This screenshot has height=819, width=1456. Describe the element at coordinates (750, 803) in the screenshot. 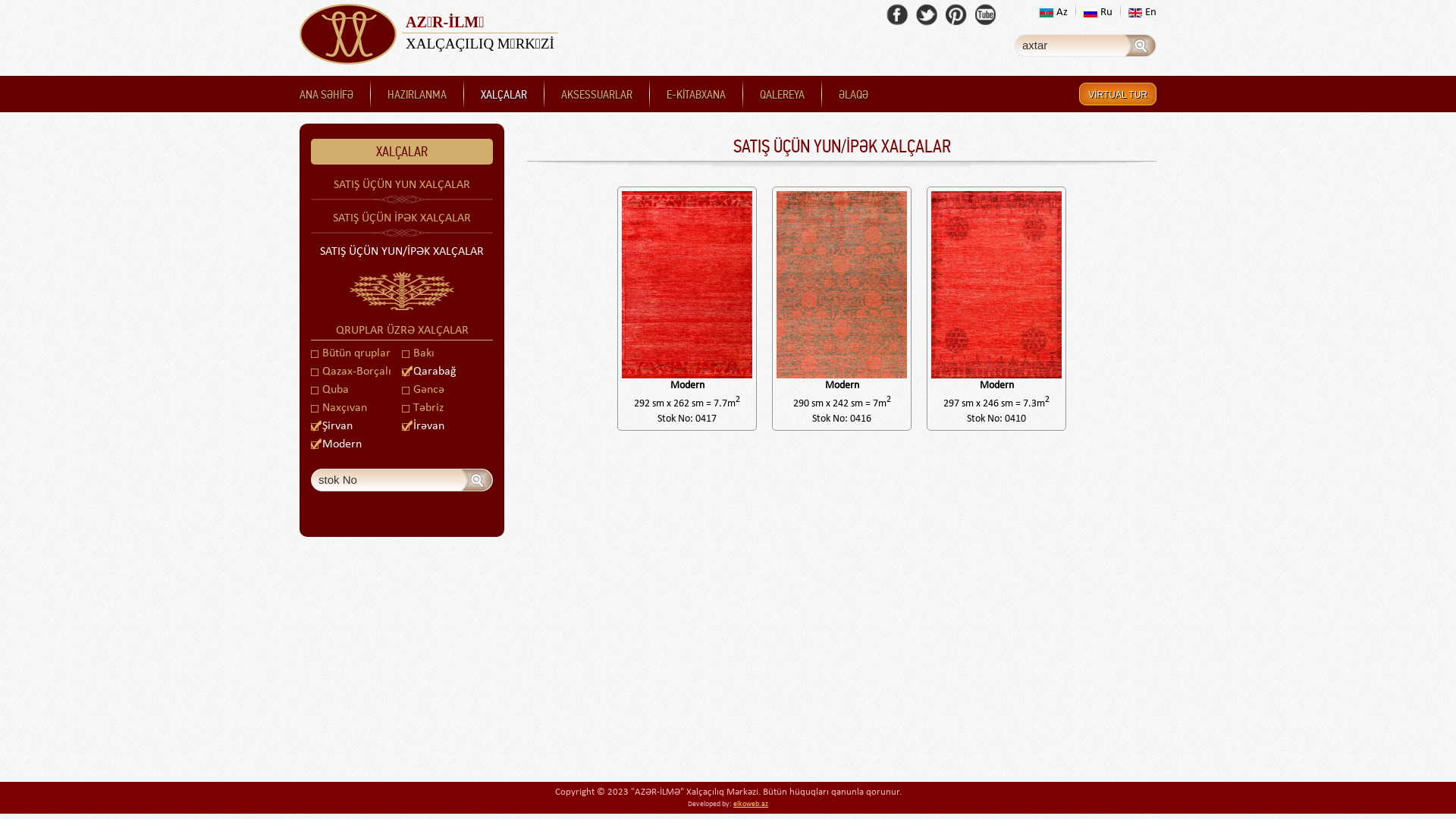

I see `'elkoweb.az'` at that location.